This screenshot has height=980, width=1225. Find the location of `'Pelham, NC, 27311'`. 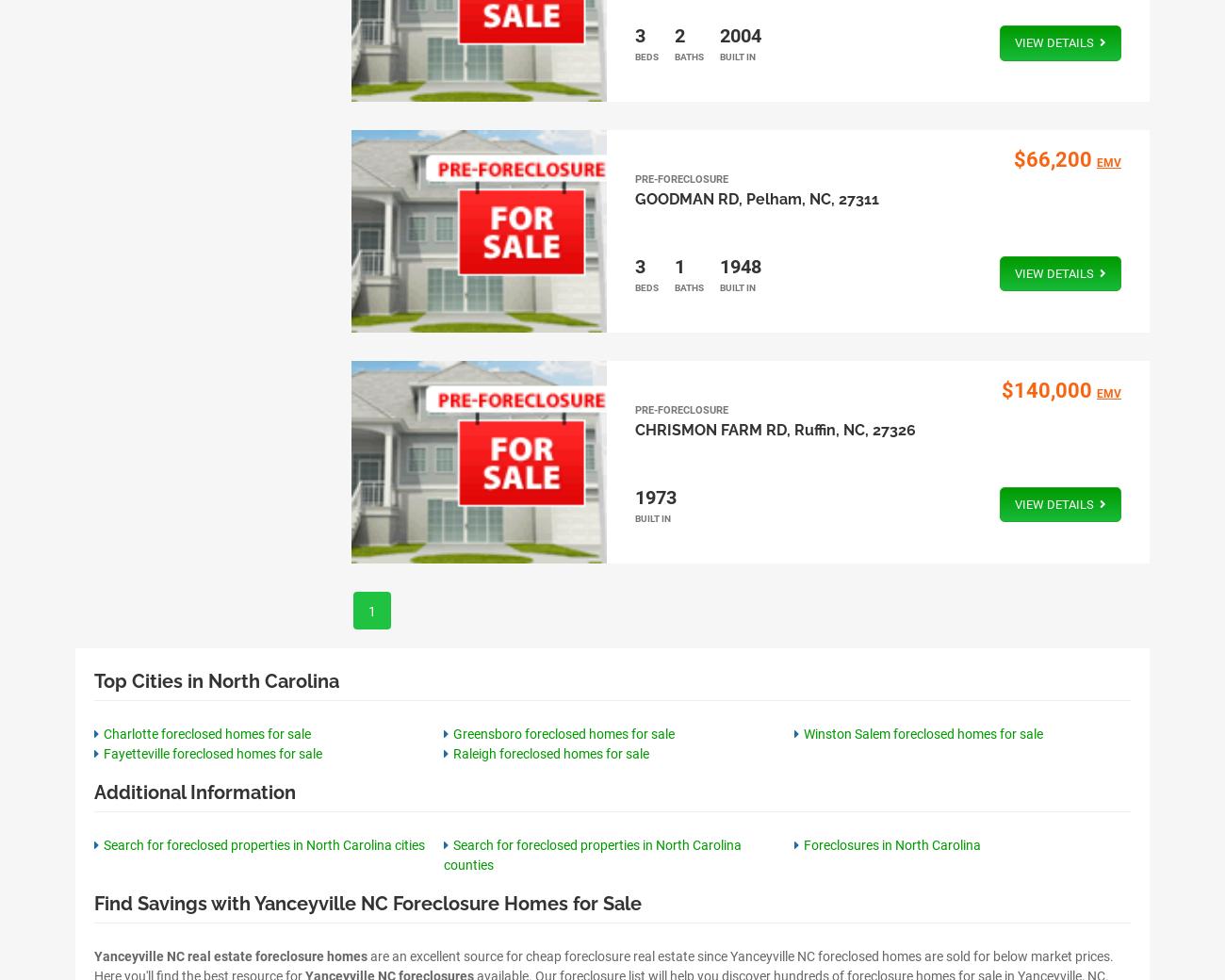

'Pelham, NC, 27311' is located at coordinates (811, 199).